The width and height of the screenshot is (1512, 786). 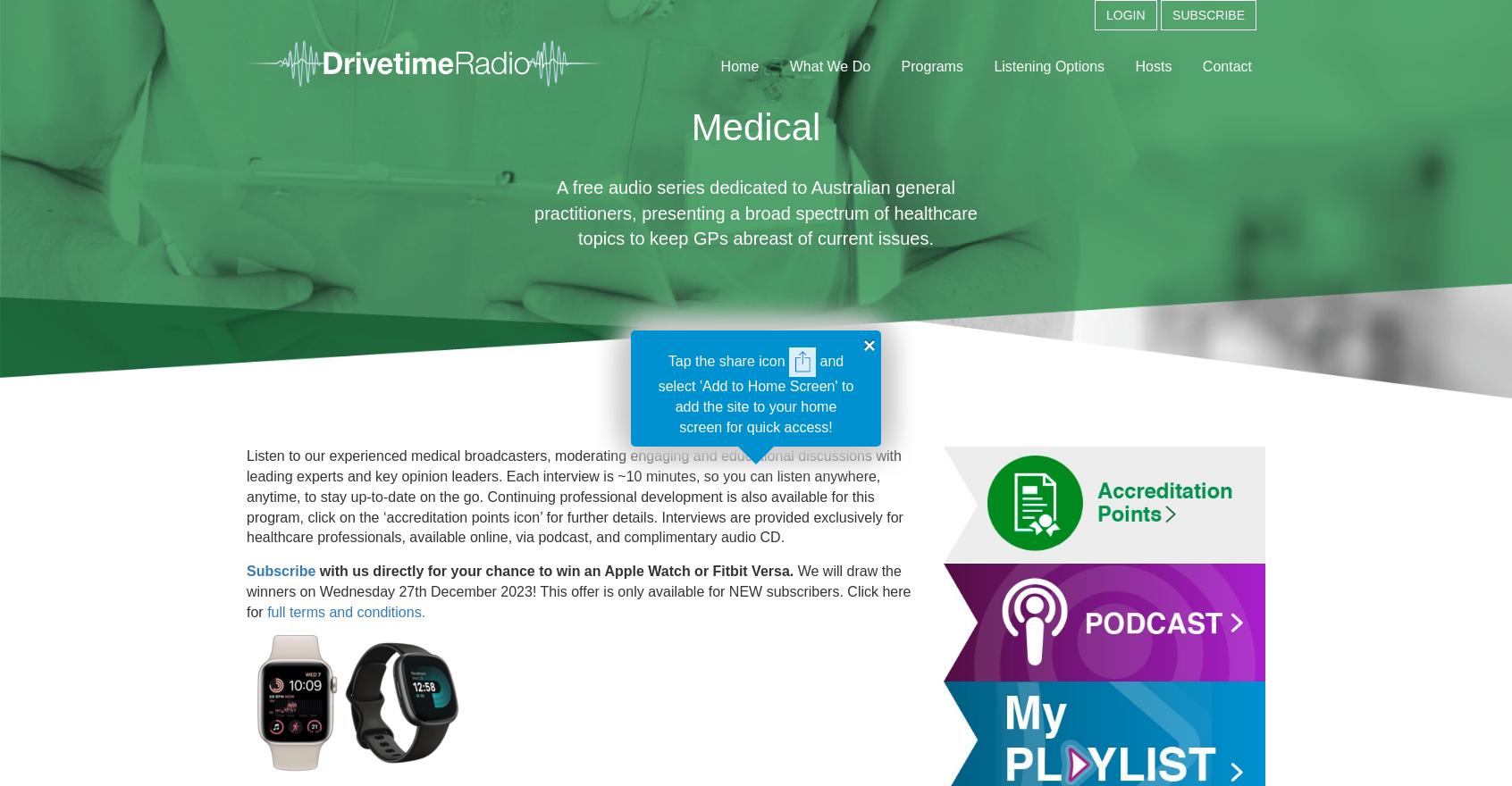 What do you see at coordinates (578, 590) in the screenshot?
I see `'We will draw the winners on Wednesday 27th December 2023! This offer is only available for NEW subscribers. Click here for'` at bounding box center [578, 590].